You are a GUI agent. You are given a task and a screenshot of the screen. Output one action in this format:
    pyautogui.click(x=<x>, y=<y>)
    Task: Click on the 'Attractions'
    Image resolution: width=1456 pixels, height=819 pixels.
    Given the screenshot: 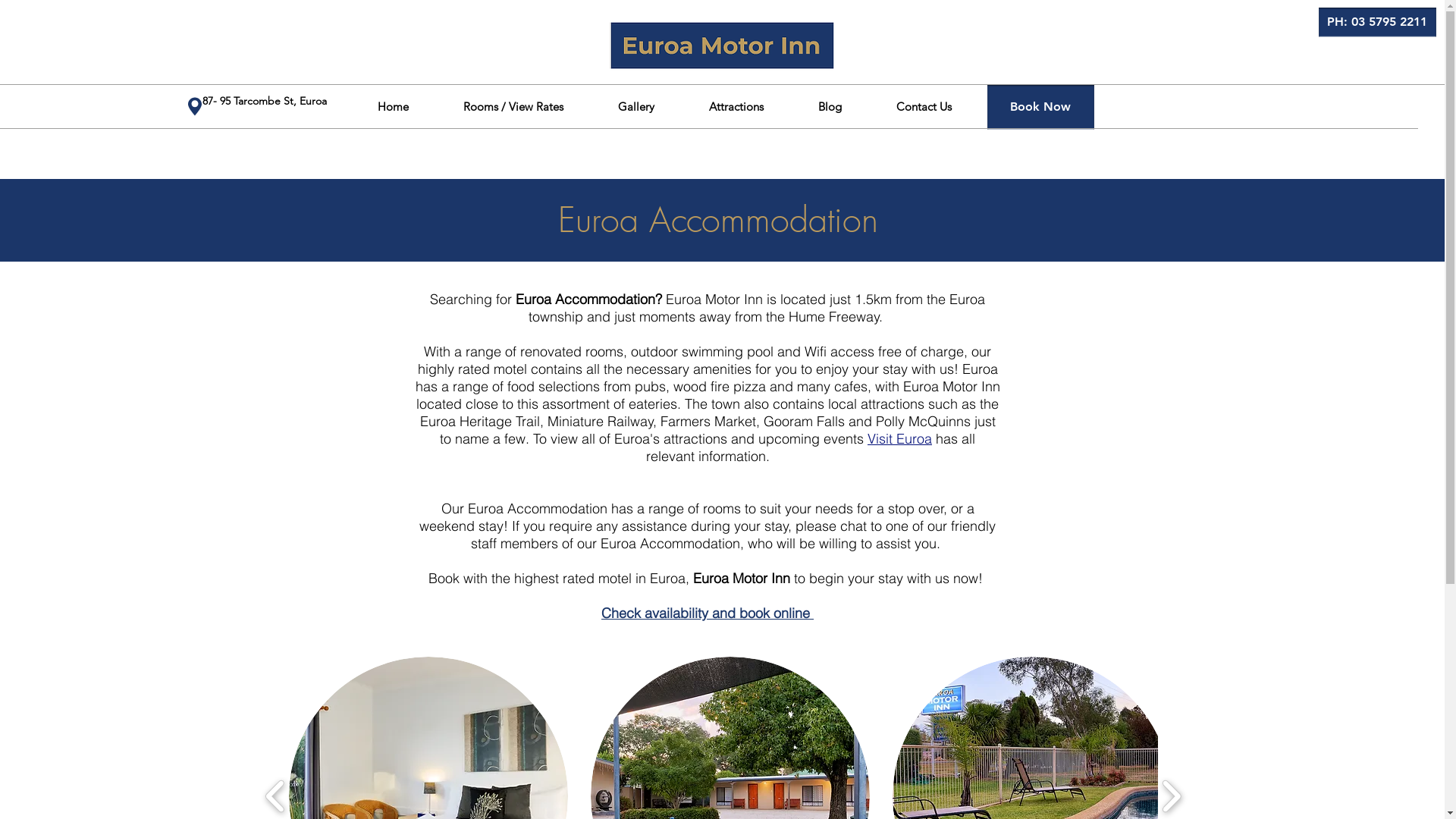 What is the action you would take?
    pyautogui.click(x=735, y=105)
    